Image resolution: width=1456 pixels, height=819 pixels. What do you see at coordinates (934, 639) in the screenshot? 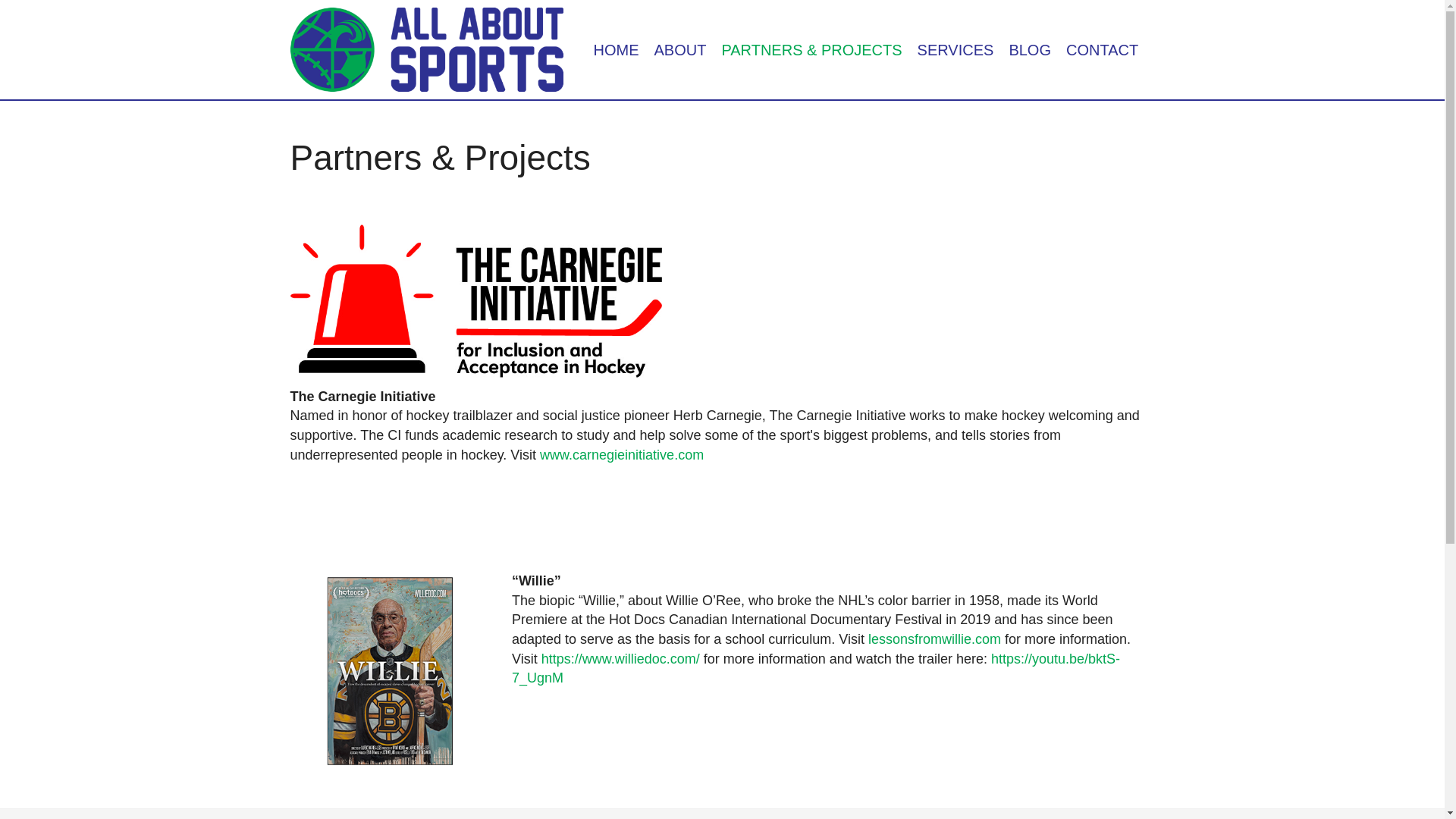
I see `'lessonsfromwillie.com'` at bounding box center [934, 639].